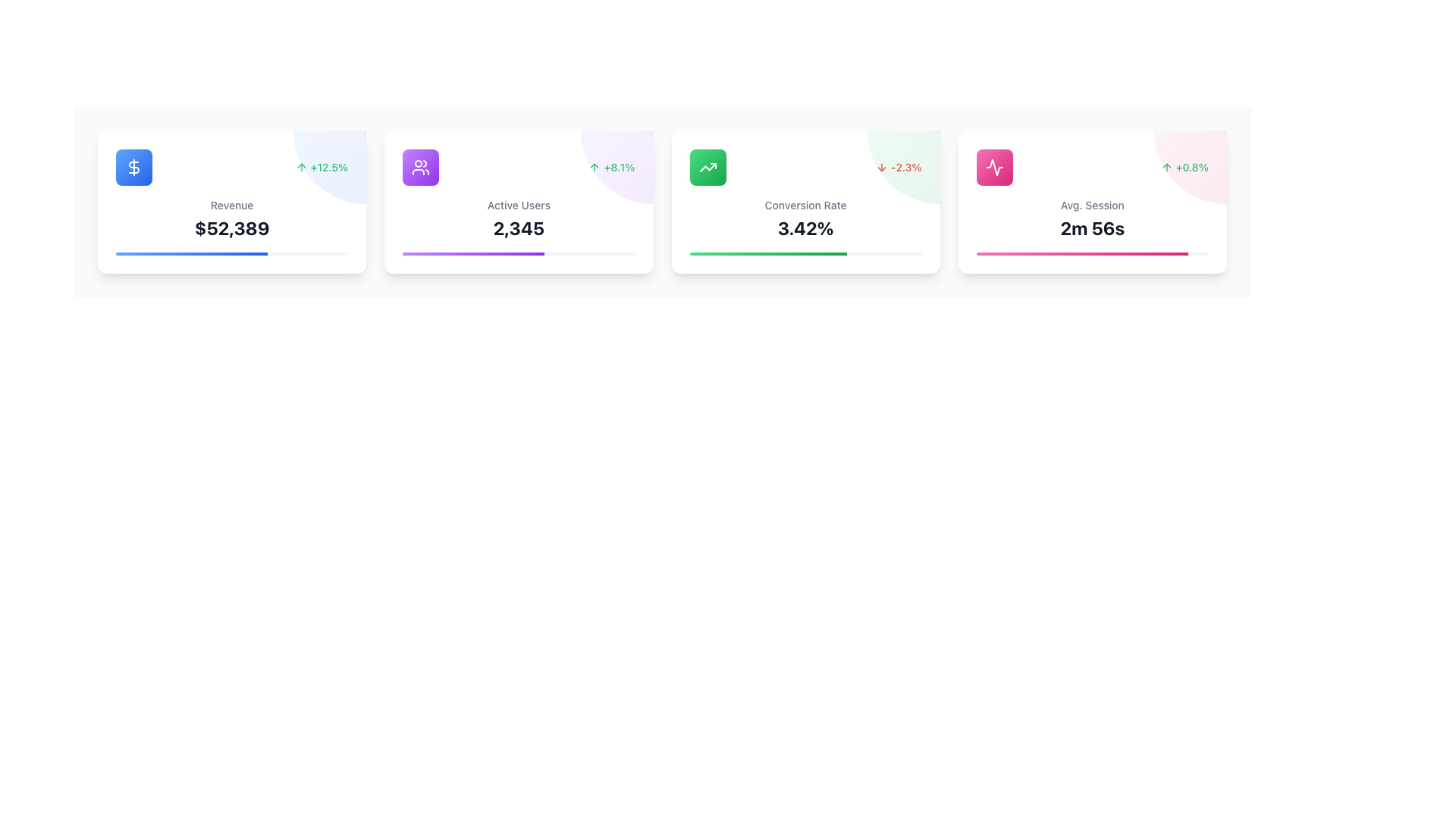 This screenshot has width=1456, height=819. Describe the element at coordinates (472, 253) in the screenshot. I see `the filled portion of the Progress Indicator within the 'Active Users' card to check the current progress indication, which represents approximately 60.9% of the total progress` at that location.